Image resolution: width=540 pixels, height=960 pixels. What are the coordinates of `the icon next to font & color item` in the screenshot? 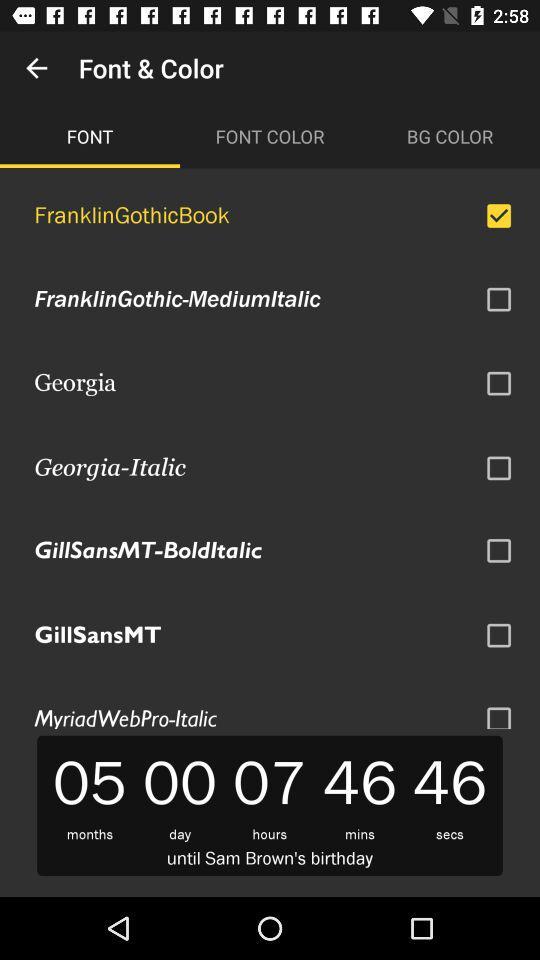 It's located at (36, 68).